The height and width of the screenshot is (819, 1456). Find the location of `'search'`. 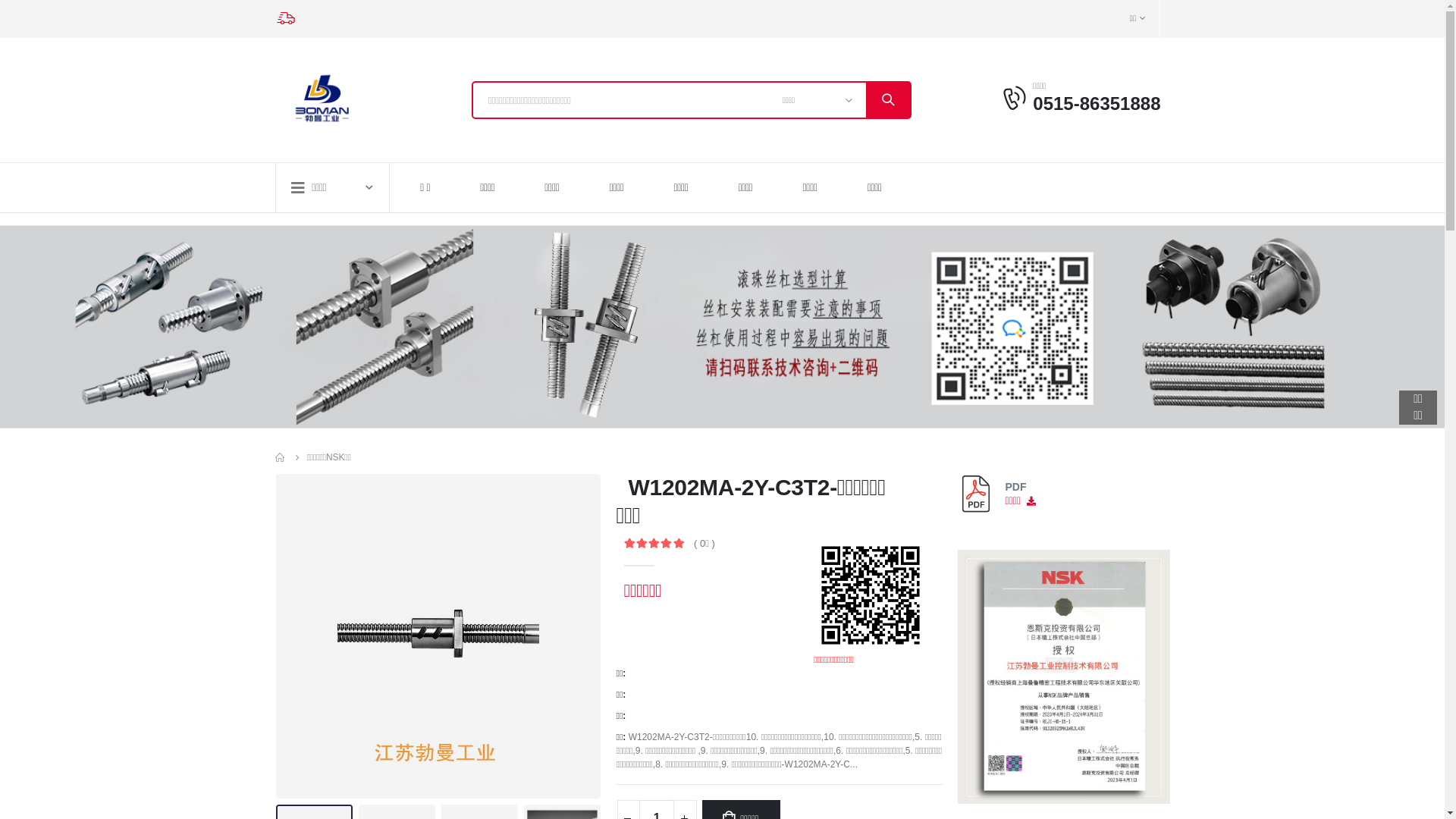

'search' is located at coordinates (888, 99).